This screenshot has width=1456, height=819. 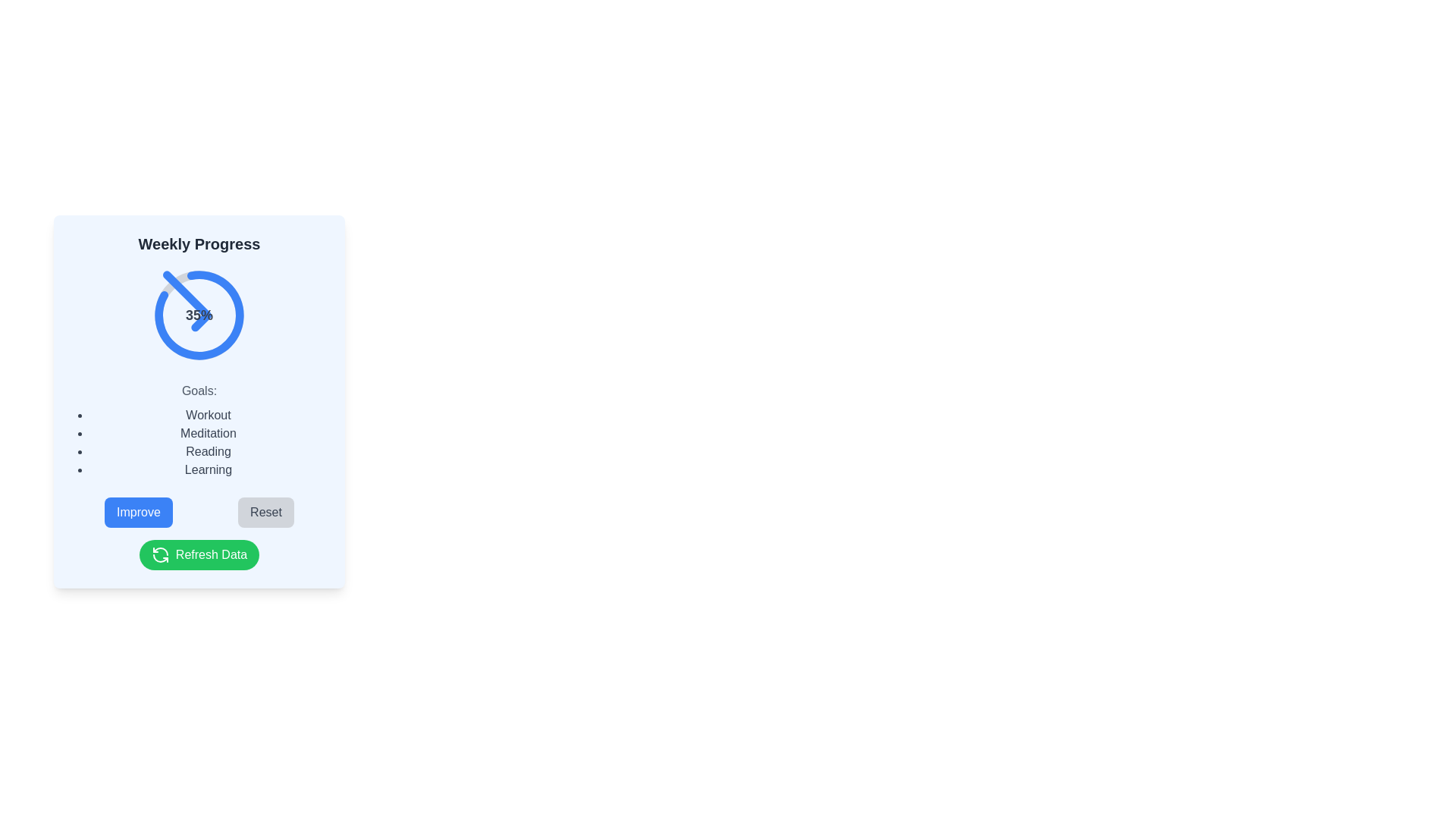 What do you see at coordinates (199, 315) in the screenshot?
I see `the static text label displaying '35%' which is centered within a circular progress indicator in the 'Weekly Progress' card` at bounding box center [199, 315].